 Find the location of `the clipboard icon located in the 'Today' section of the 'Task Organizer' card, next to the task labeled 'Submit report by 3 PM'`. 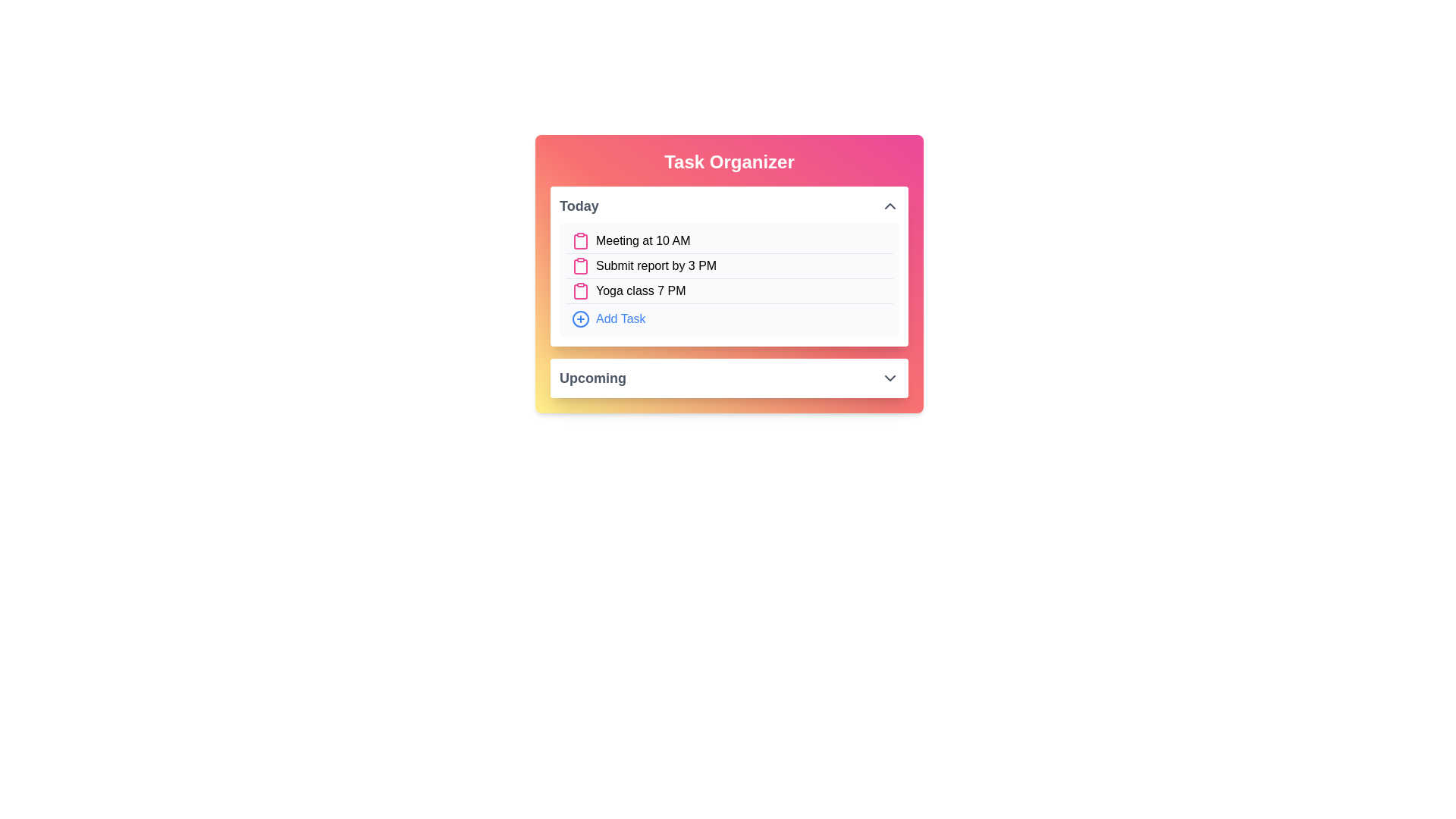

the clipboard icon located in the 'Today' section of the 'Task Organizer' card, next to the task labeled 'Submit report by 3 PM' is located at coordinates (580, 265).